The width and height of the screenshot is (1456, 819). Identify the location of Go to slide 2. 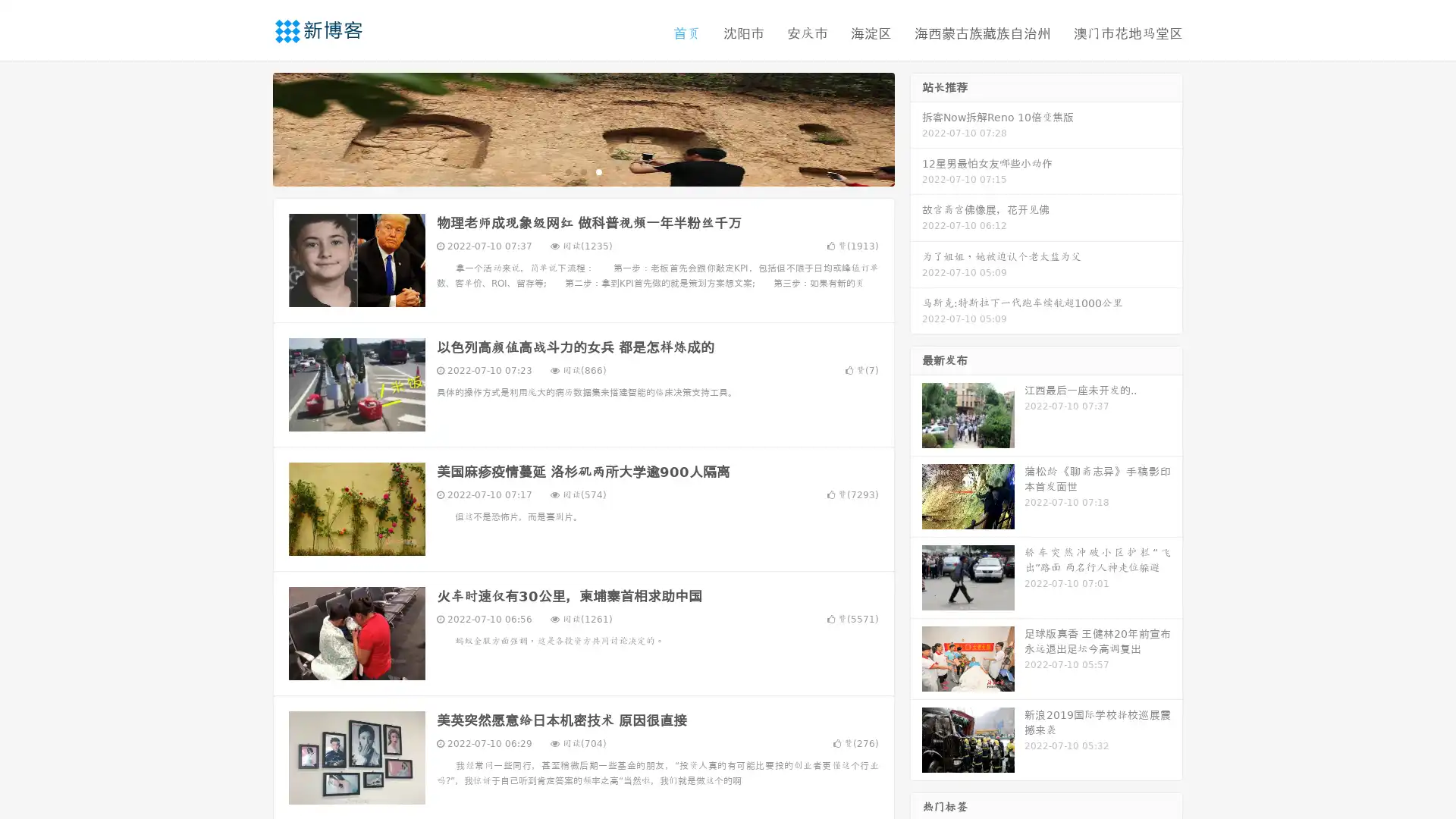
(582, 171).